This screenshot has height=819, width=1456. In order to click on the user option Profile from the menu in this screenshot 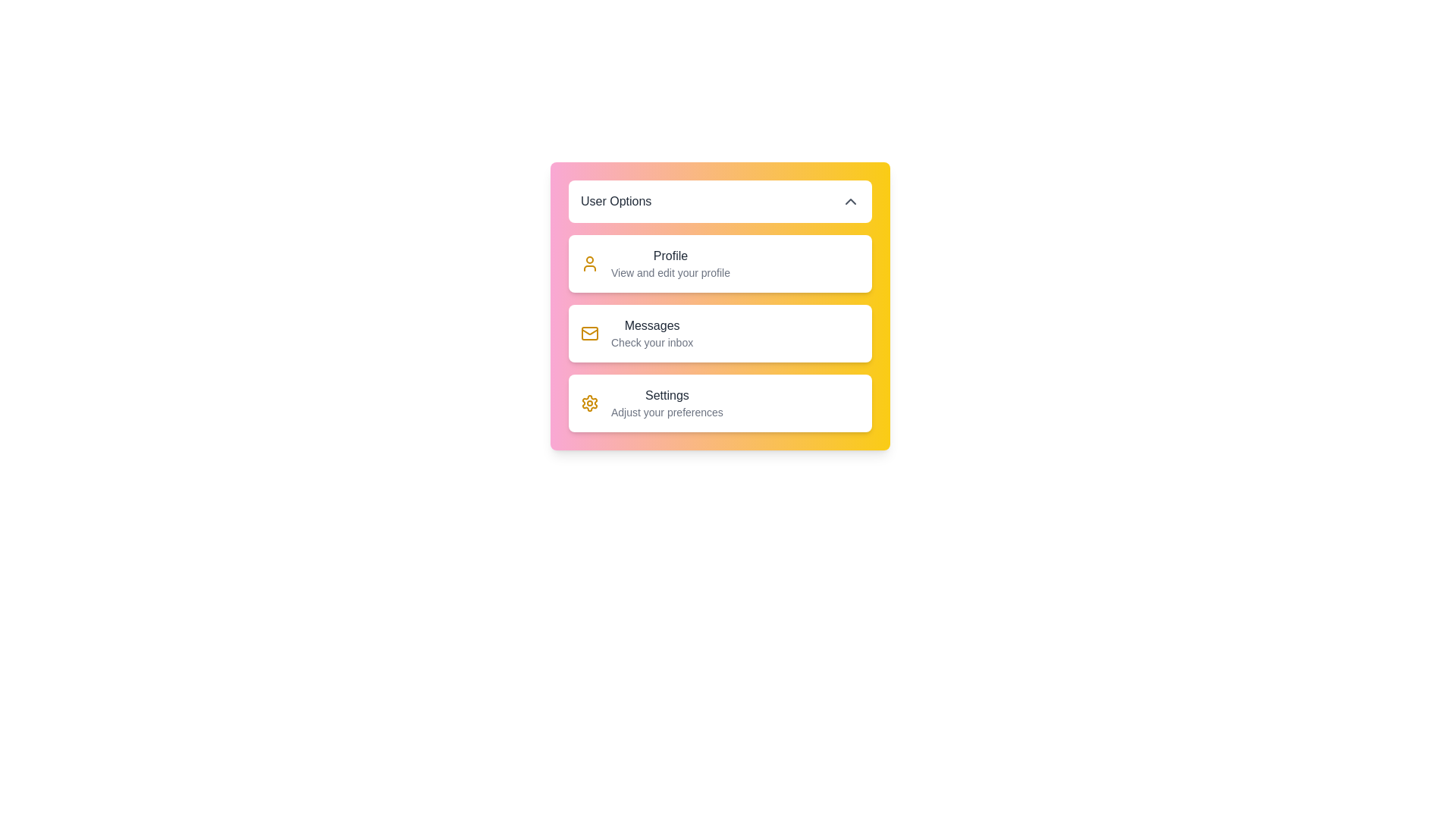, I will do `click(720, 262)`.